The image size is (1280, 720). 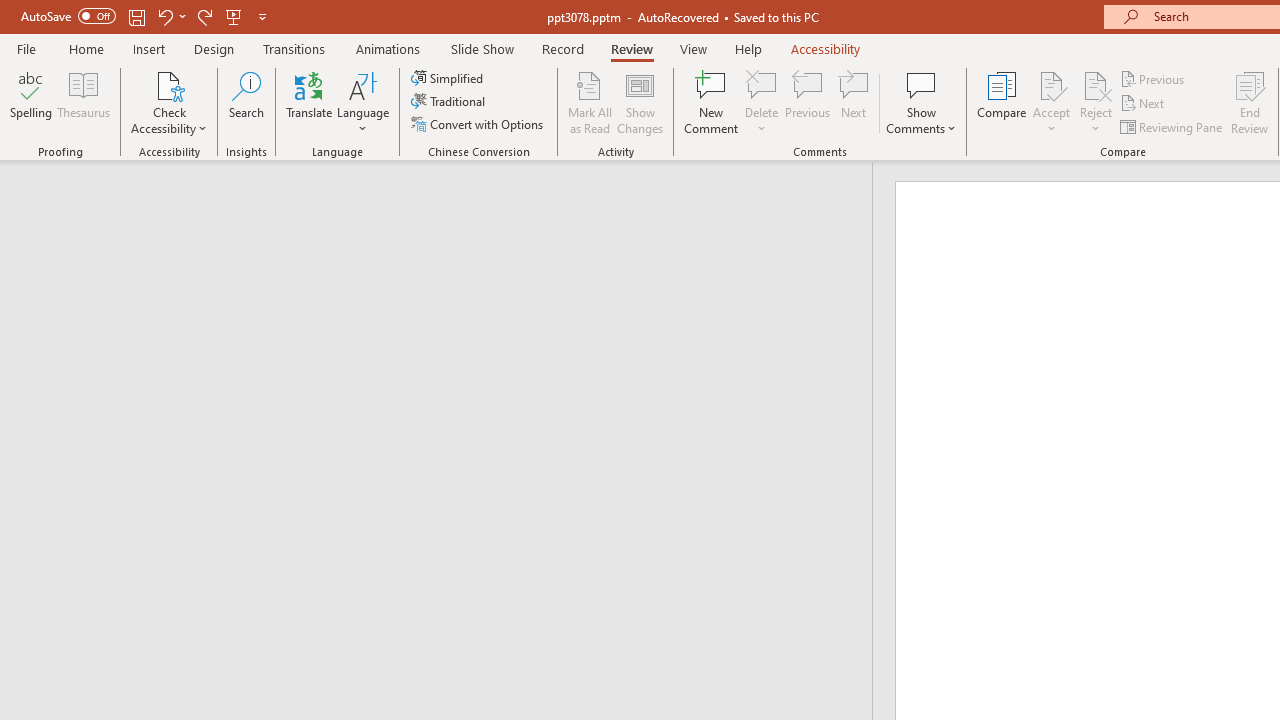 I want to click on 'Mark All as Read', so click(x=589, y=103).